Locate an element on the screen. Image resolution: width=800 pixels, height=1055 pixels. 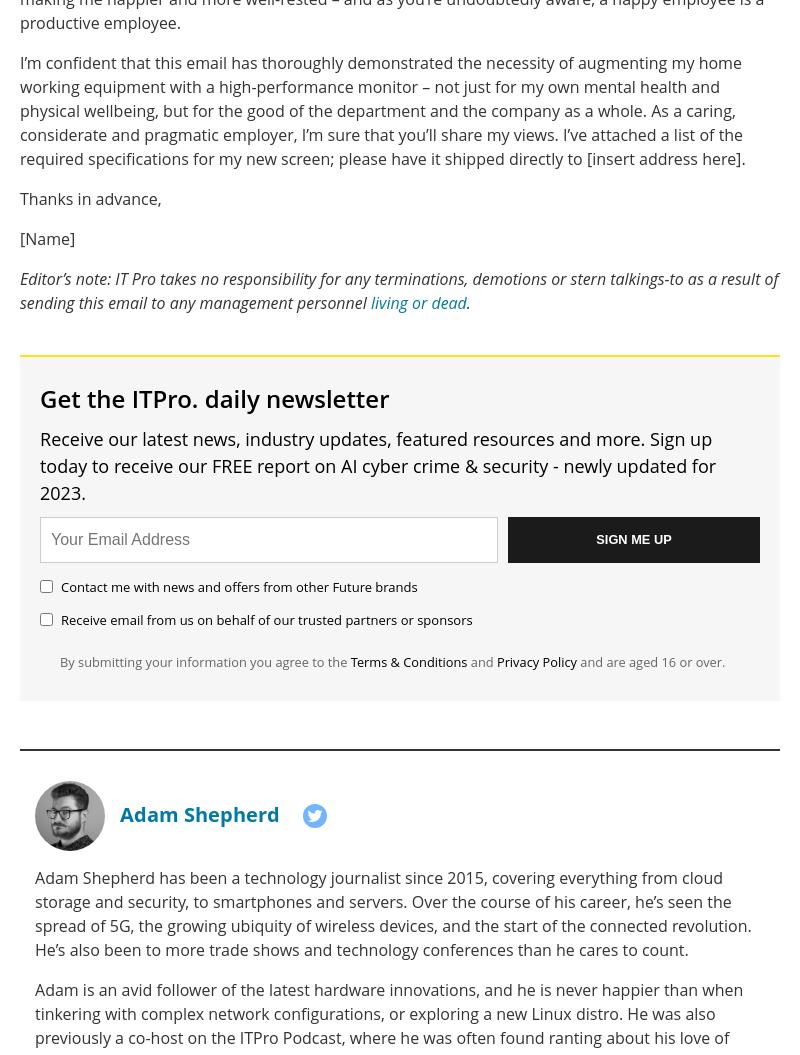
'By submitting your information you agree to the' is located at coordinates (204, 661).